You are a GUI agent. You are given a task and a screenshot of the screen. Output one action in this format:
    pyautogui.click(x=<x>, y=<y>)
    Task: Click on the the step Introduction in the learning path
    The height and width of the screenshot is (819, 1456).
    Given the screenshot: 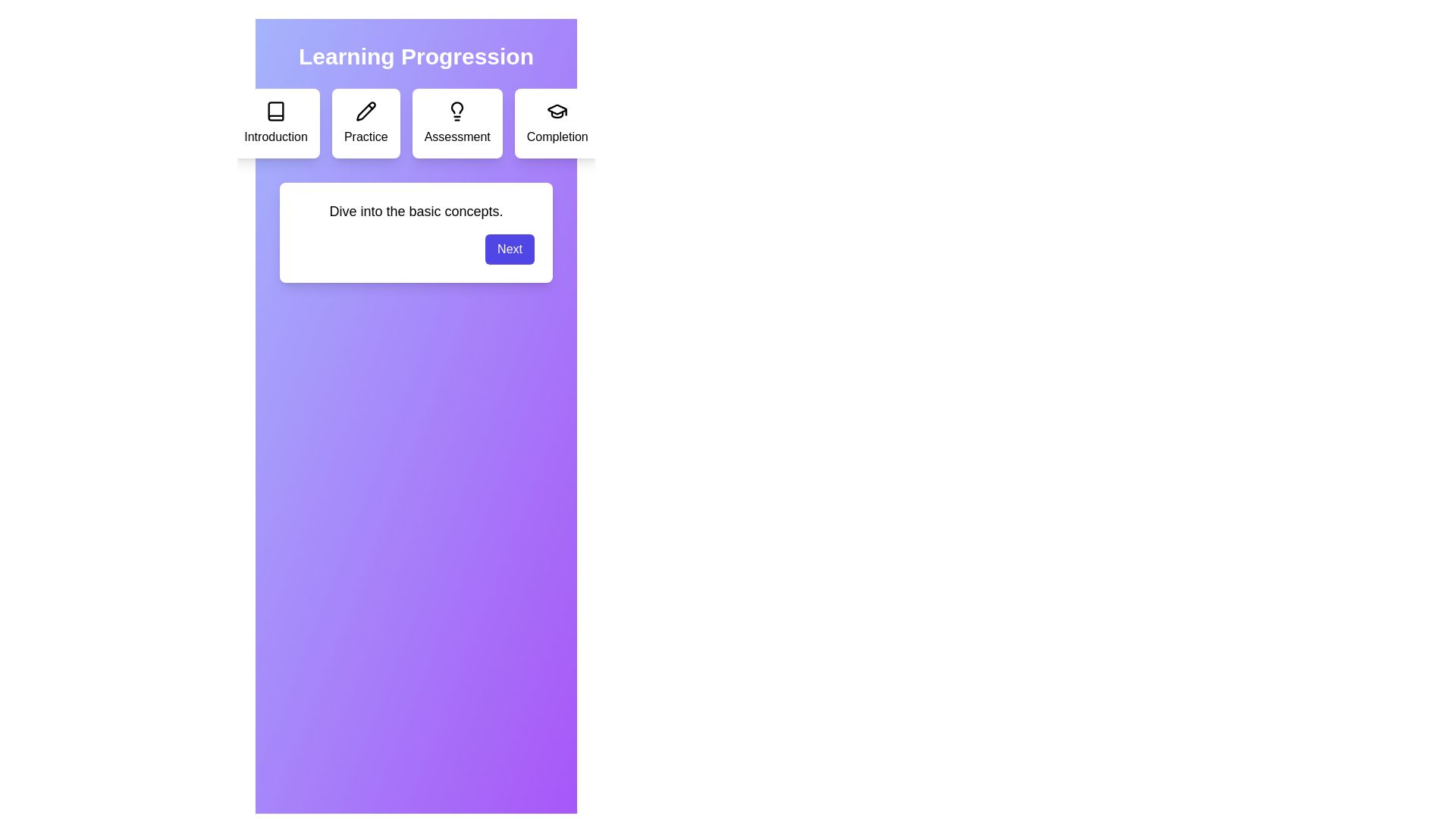 What is the action you would take?
    pyautogui.click(x=276, y=122)
    